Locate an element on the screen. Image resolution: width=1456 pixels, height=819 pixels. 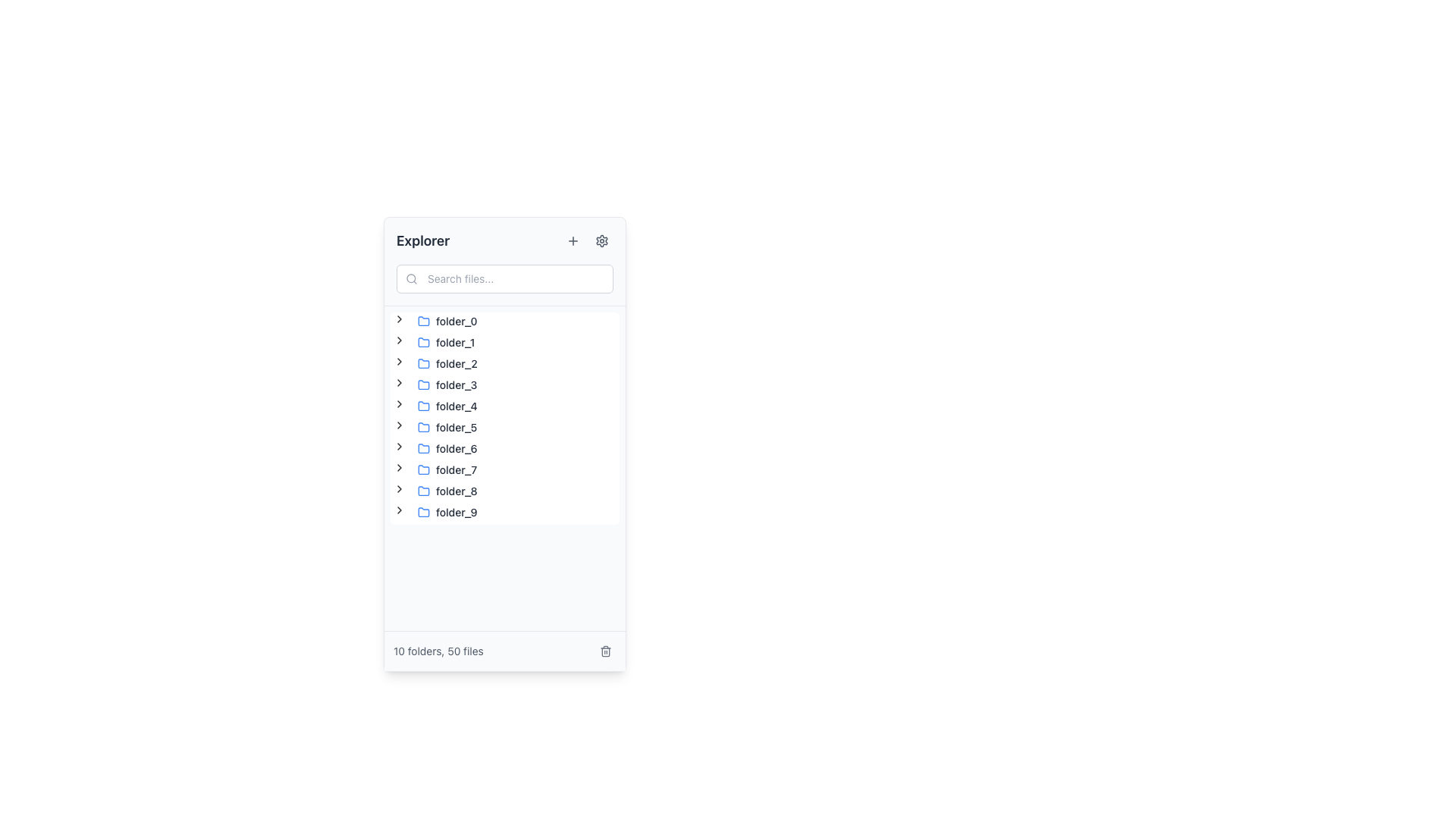
to select the Tree node element labeled 'folder_0' with a blue folder icon located under the 'Explorer' heading is located at coordinates (447, 321).